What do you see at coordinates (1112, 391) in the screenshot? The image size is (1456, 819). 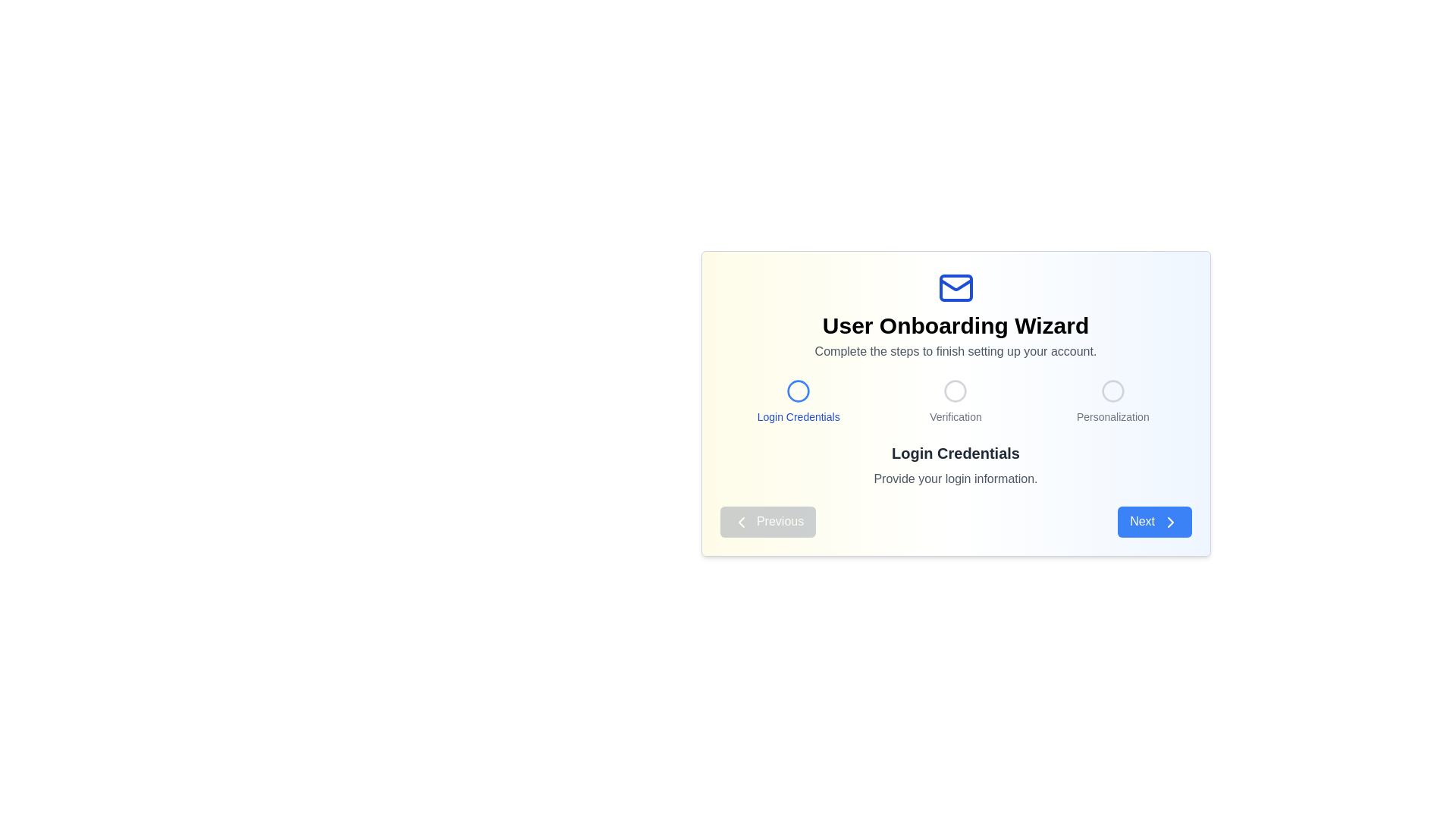 I see `the circular 'Personalization' step indicator, which is a light gray circular icon located in a horizontal sequence of steps` at bounding box center [1112, 391].